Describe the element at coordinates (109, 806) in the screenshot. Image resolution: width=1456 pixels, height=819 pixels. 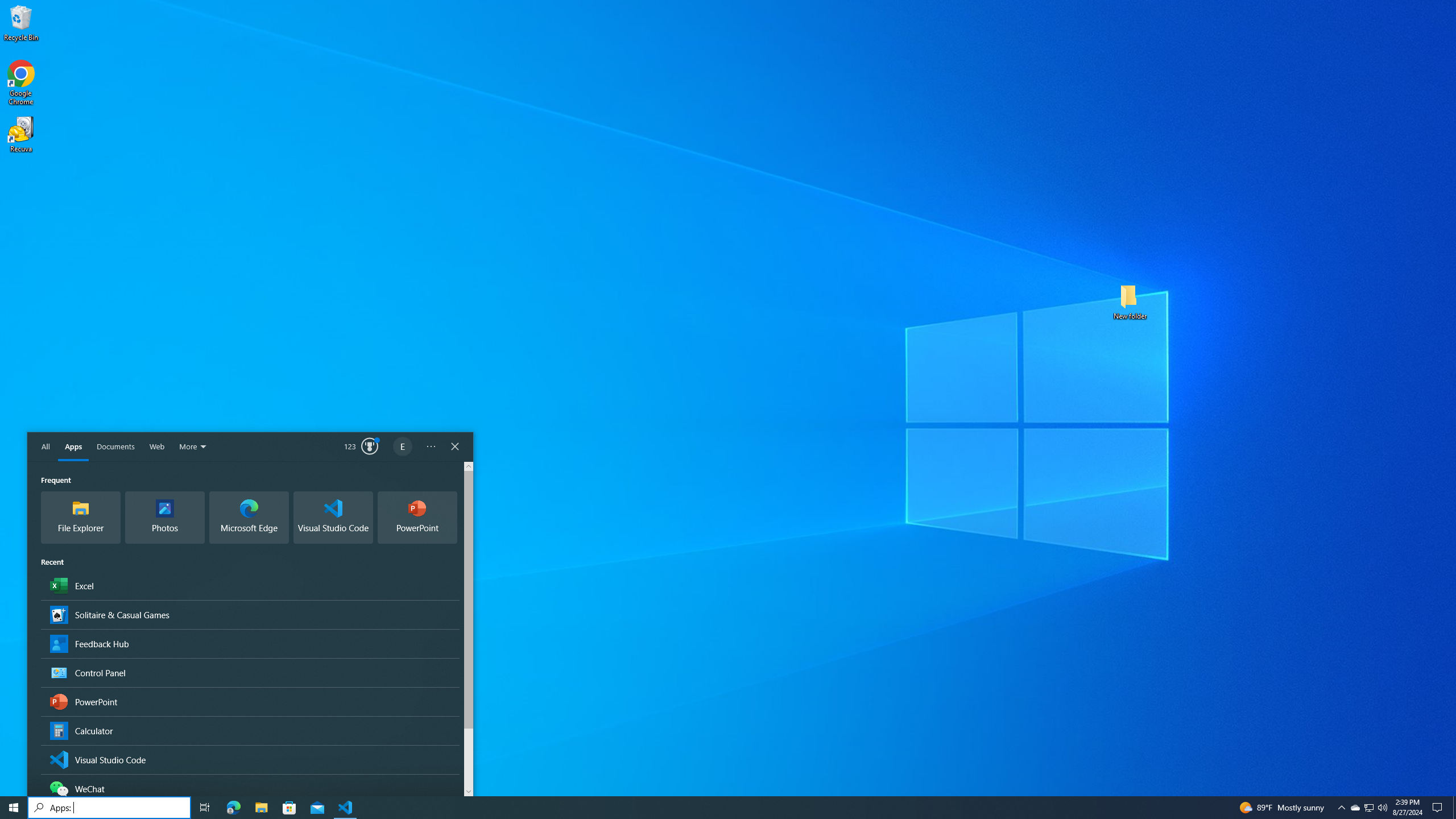
I see `'Search box'` at that location.